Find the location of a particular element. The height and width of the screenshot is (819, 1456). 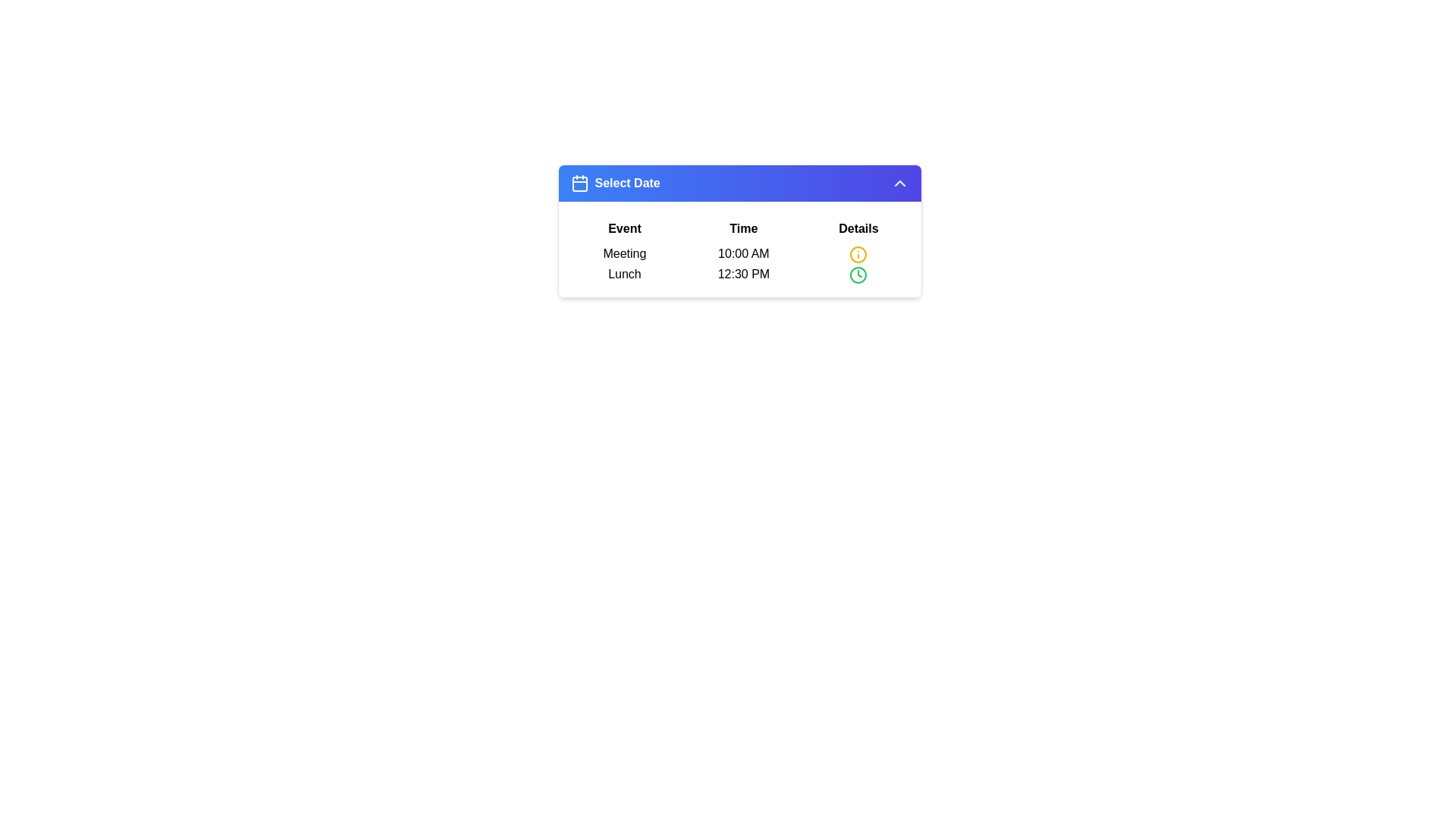

text content of the List Item with Event Information that displays 'Meeting 10:00 AM' along with a small yellow 'info' icon is located at coordinates (739, 253).